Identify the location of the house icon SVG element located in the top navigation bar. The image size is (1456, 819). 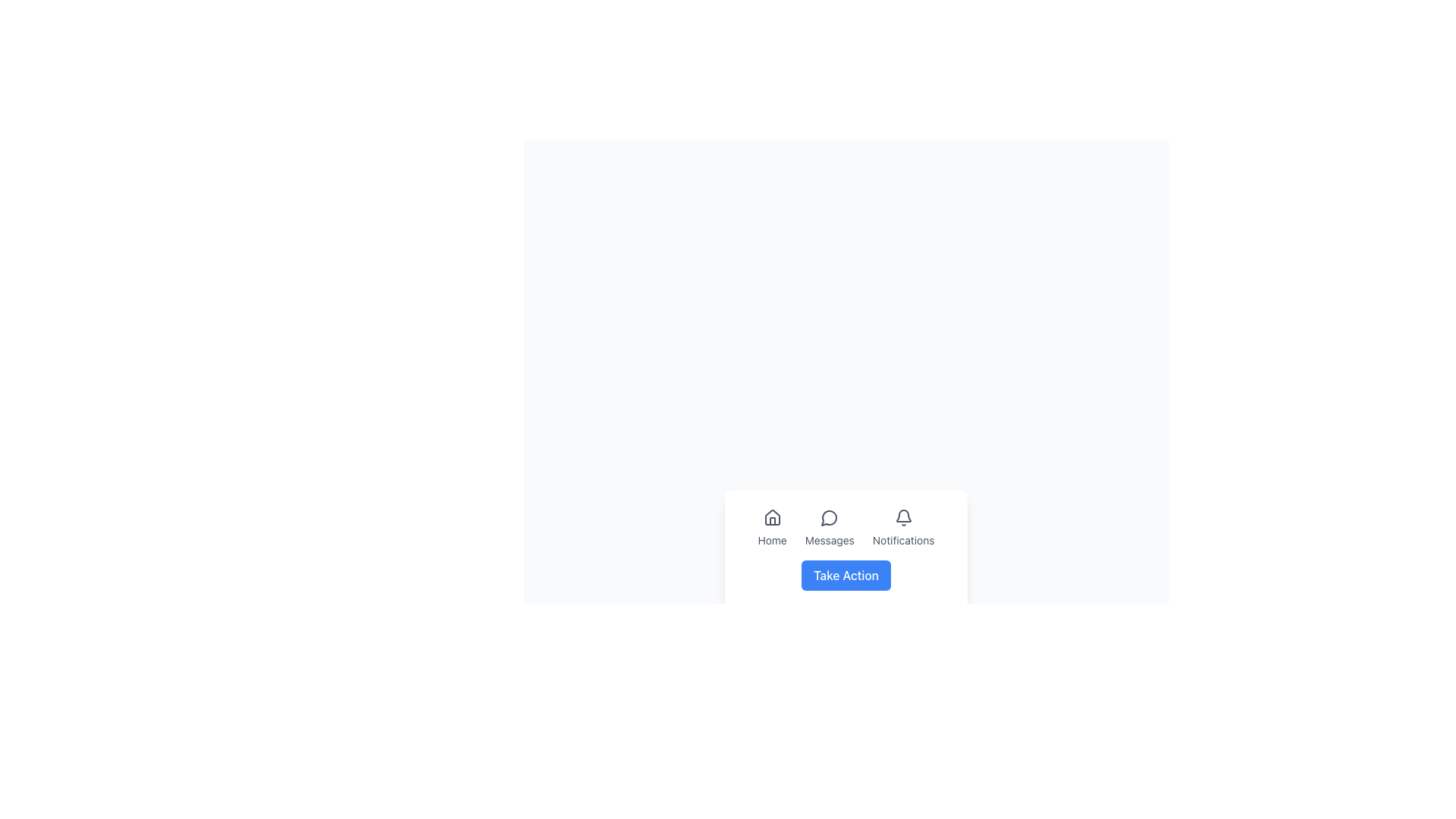
(771, 516).